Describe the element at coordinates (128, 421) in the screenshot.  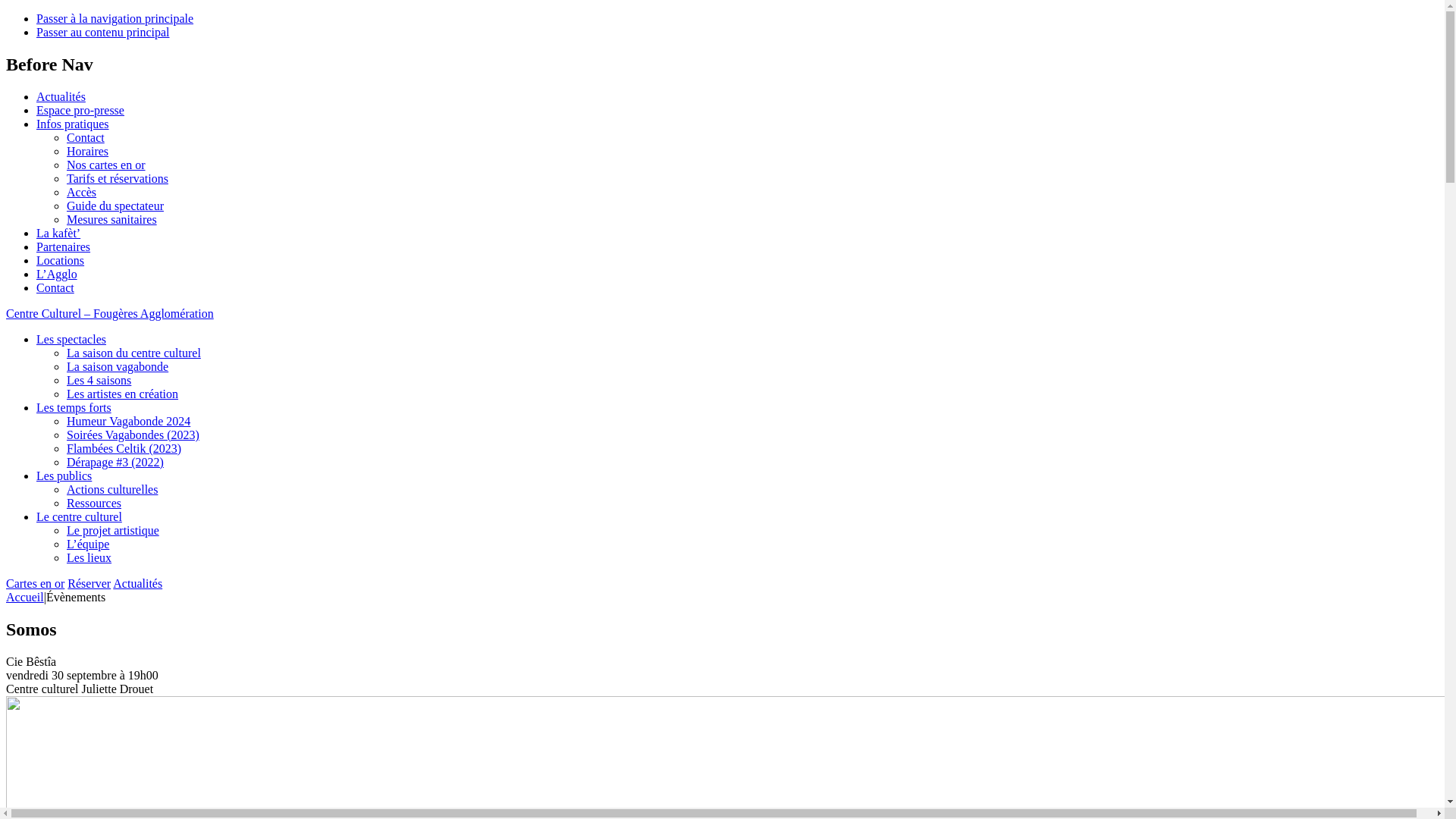
I see `'Humeur Vagabonde 2024'` at that location.